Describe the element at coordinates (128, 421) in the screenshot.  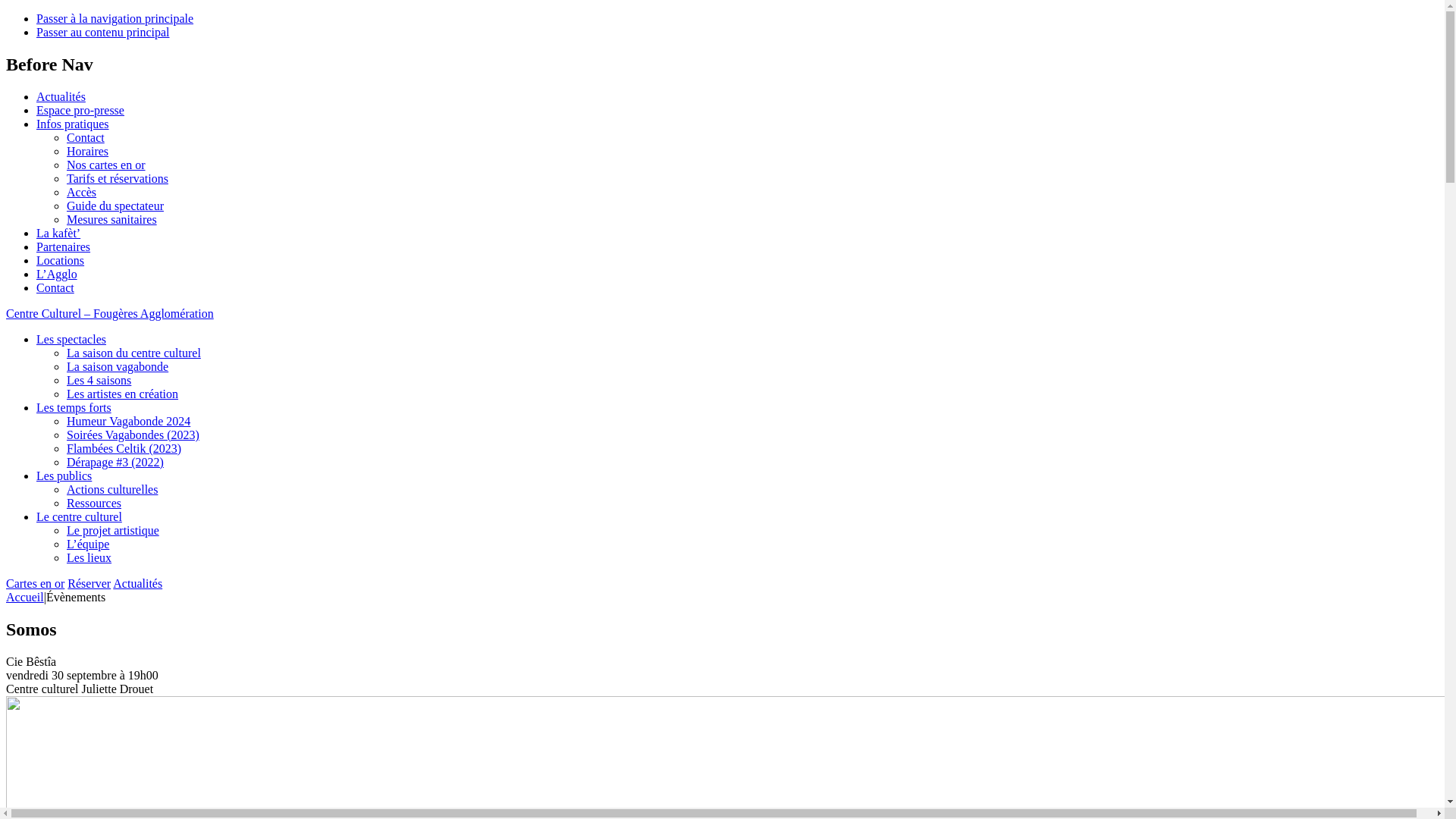
I see `'Humeur Vagabonde 2024'` at that location.